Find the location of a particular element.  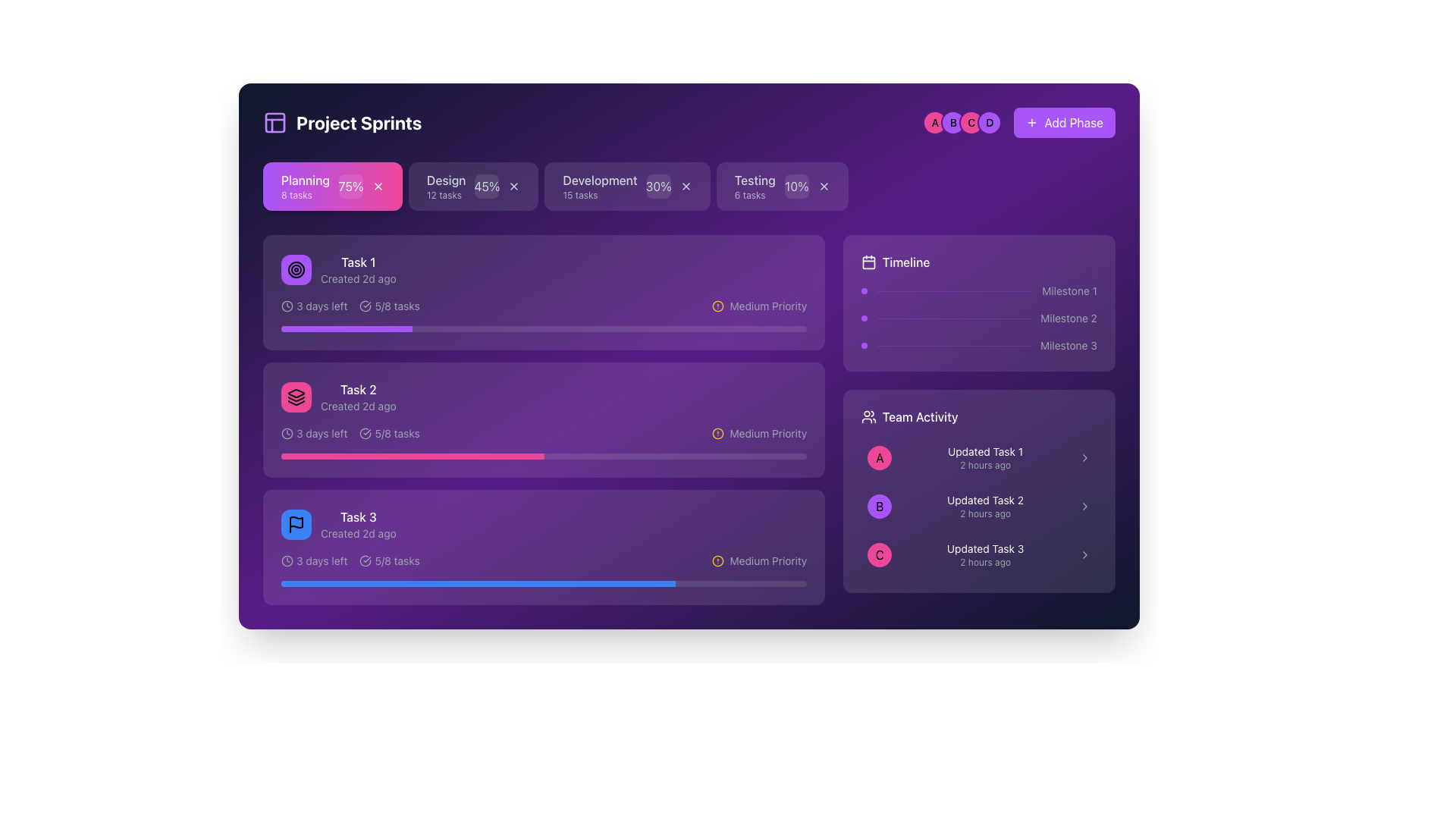

the circular graphical SVG element within the clock icon located in the 'Task 3' card under the 'Project Sprints' section is located at coordinates (287, 561).